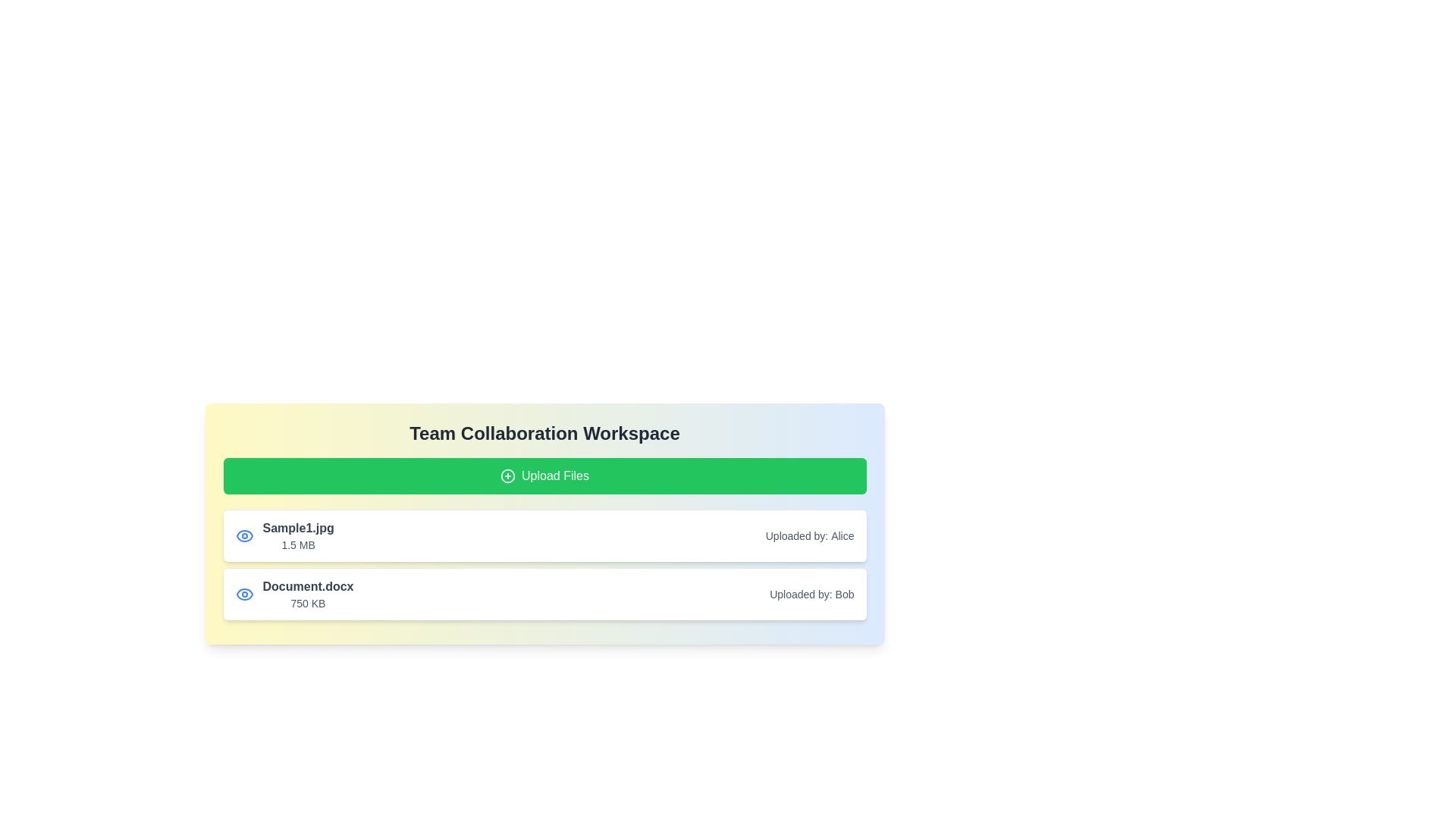  Describe the element at coordinates (244, 593) in the screenshot. I see `the blue eye icon located to the left of 'Document.docx'` at that location.